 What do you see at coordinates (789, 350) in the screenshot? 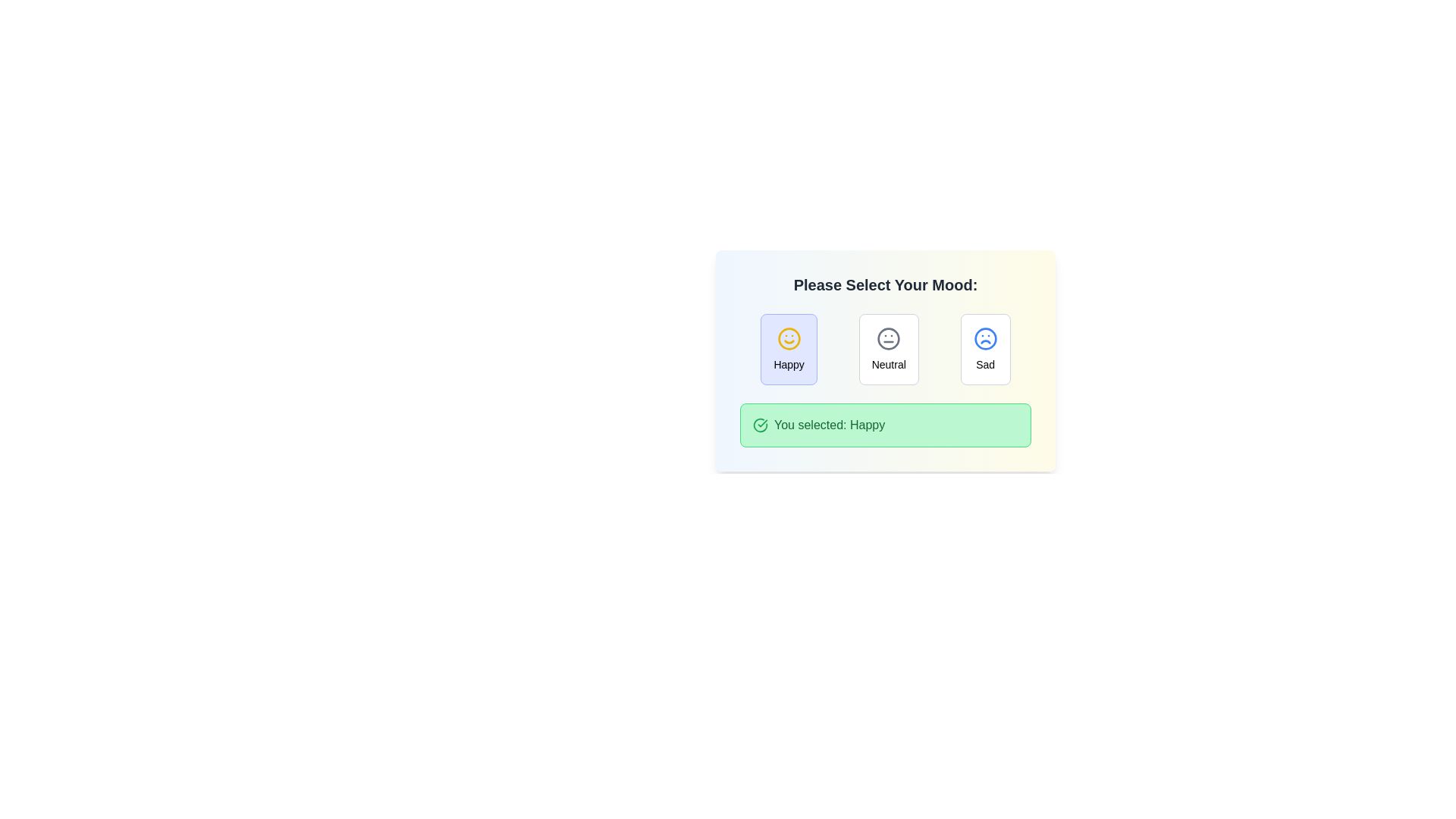
I see `the leftmost selectable option which consists of a yellow smiley face icon above the text 'Happy'` at bounding box center [789, 350].